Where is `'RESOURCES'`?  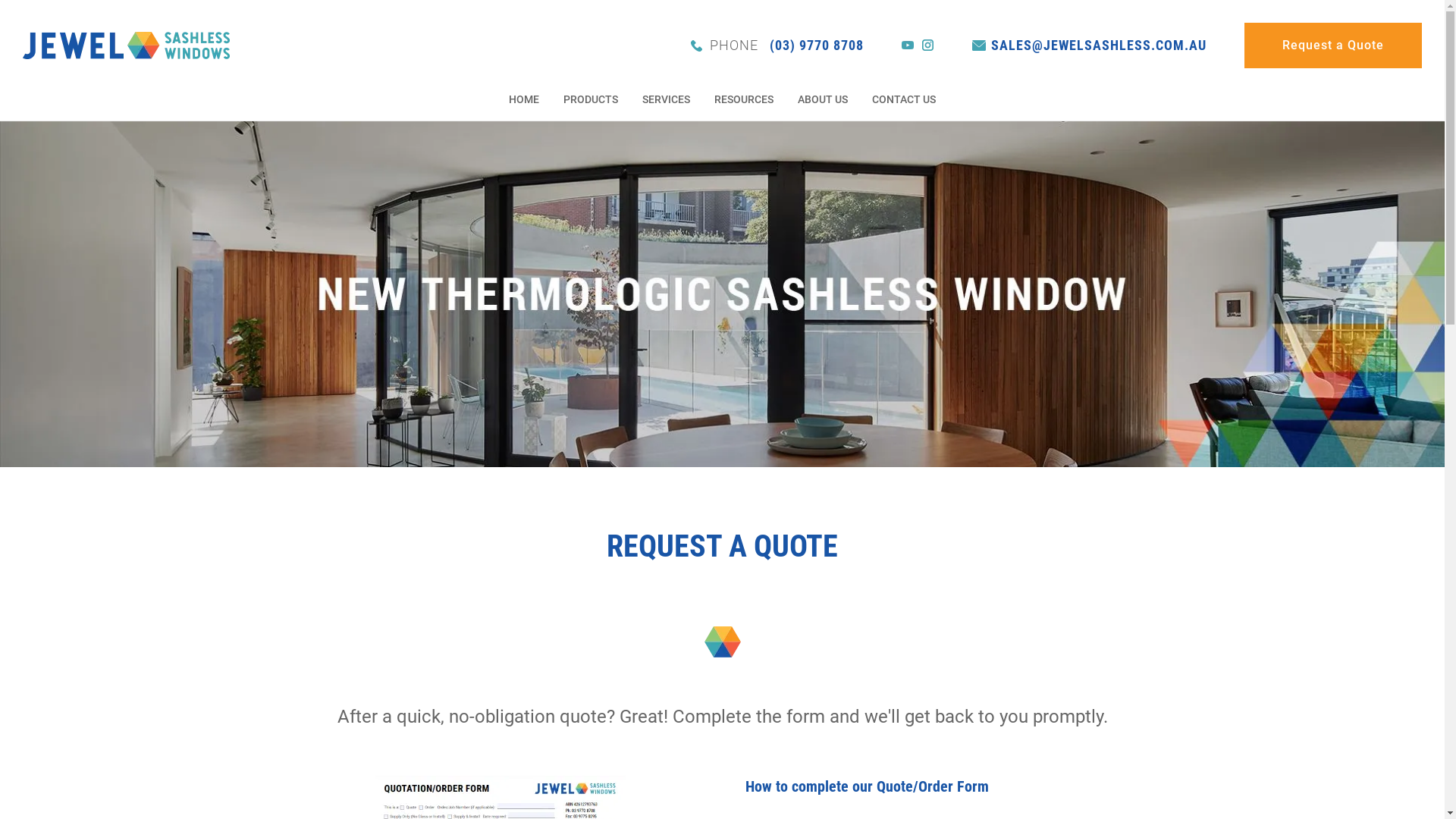
'RESOURCES' is located at coordinates (743, 100).